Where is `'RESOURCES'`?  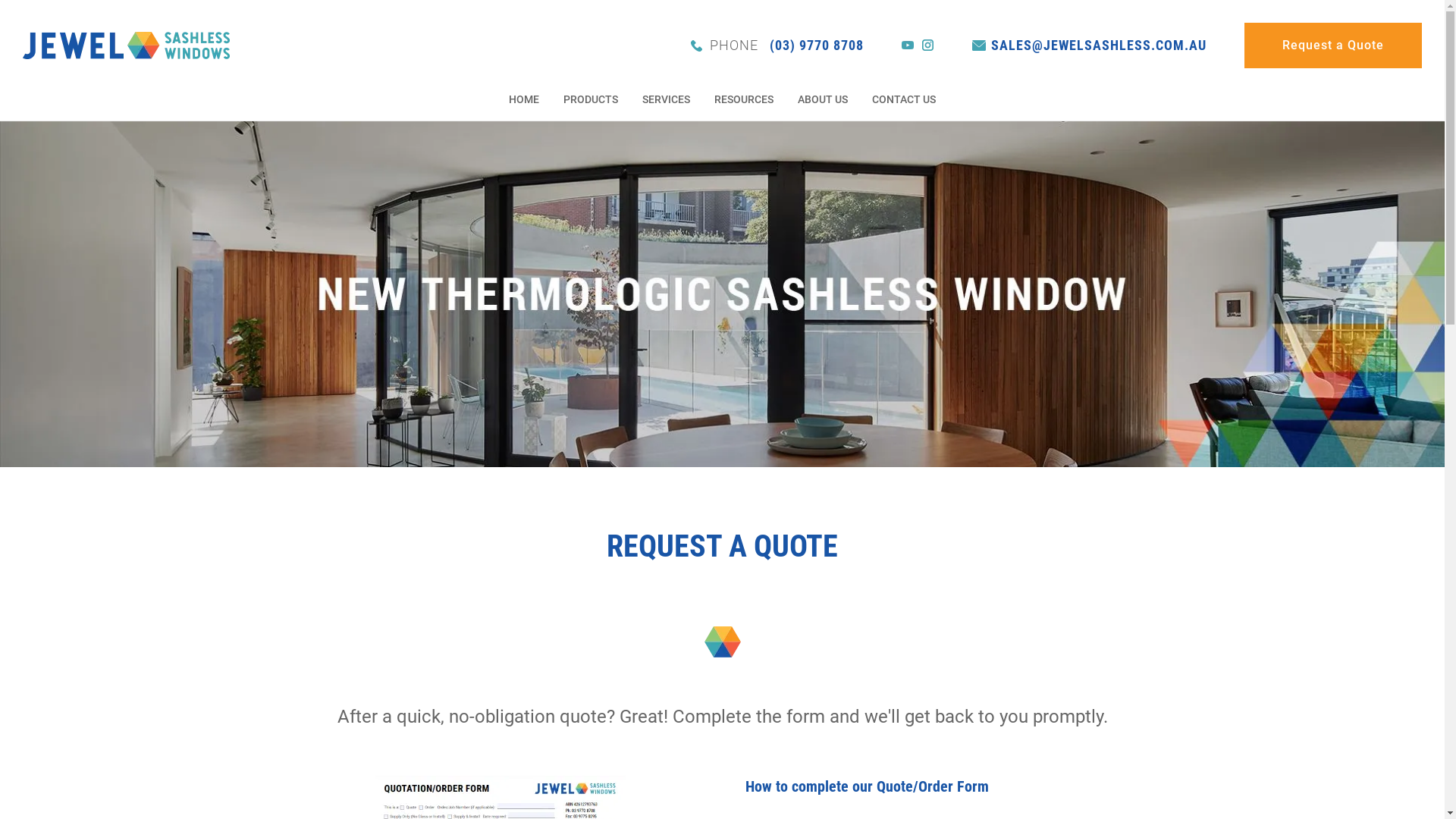
'RESOURCES' is located at coordinates (743, 100).